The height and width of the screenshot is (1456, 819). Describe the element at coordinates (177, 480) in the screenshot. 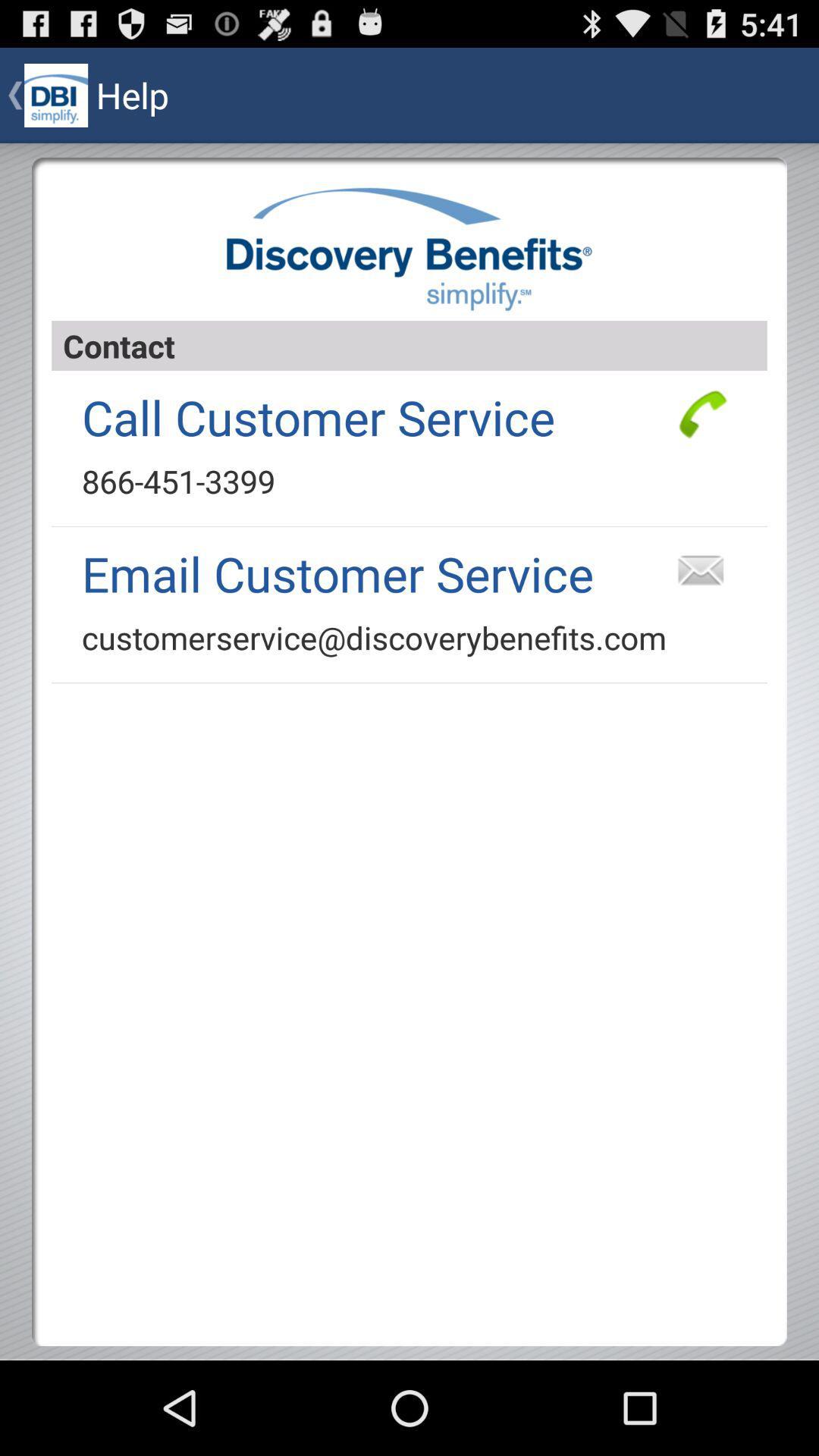

I see `app above email customer service item` at that location.